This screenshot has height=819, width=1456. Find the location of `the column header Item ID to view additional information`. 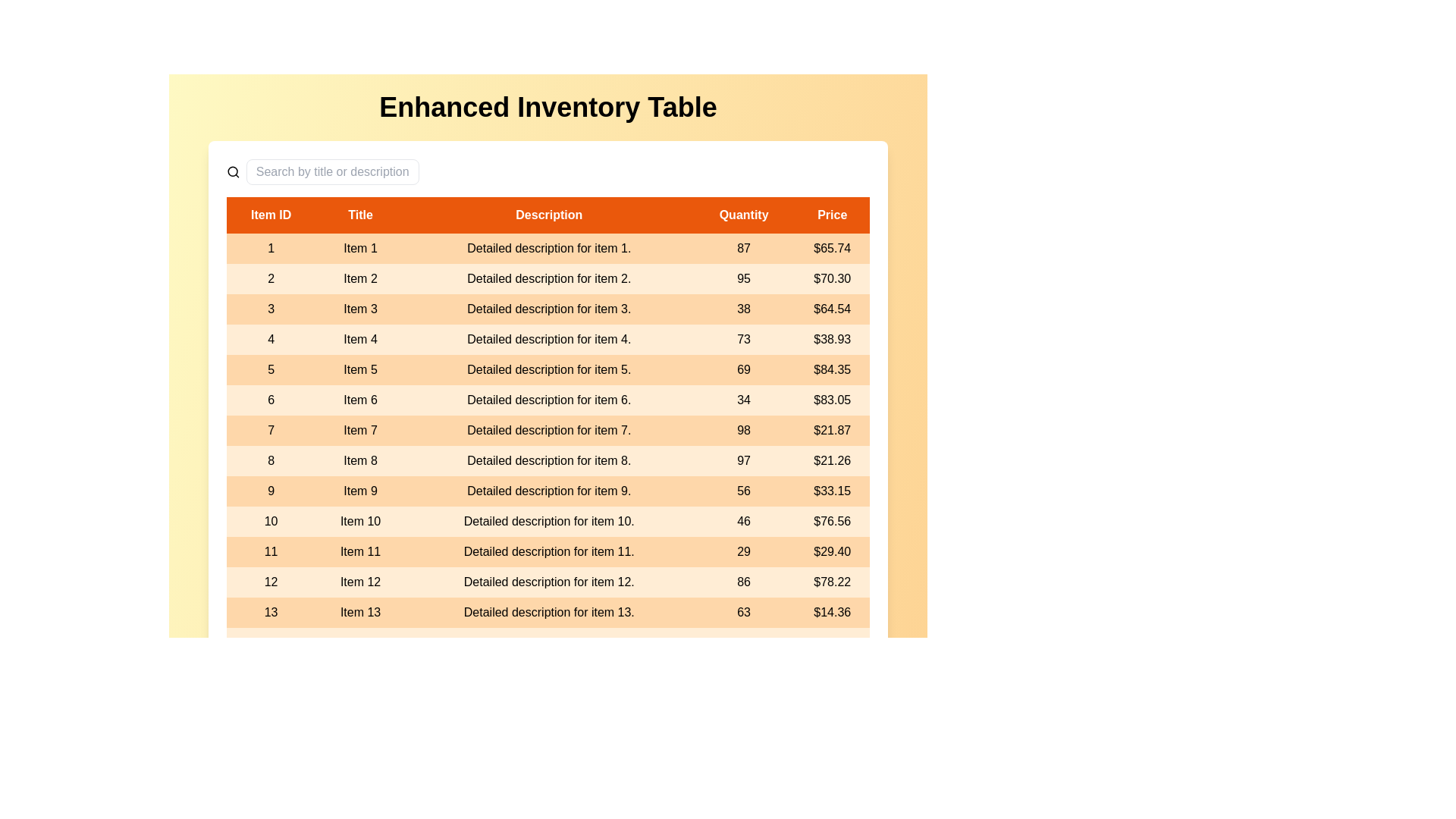

the column header Item ID to view additional information is located at coordinates (271, 215).